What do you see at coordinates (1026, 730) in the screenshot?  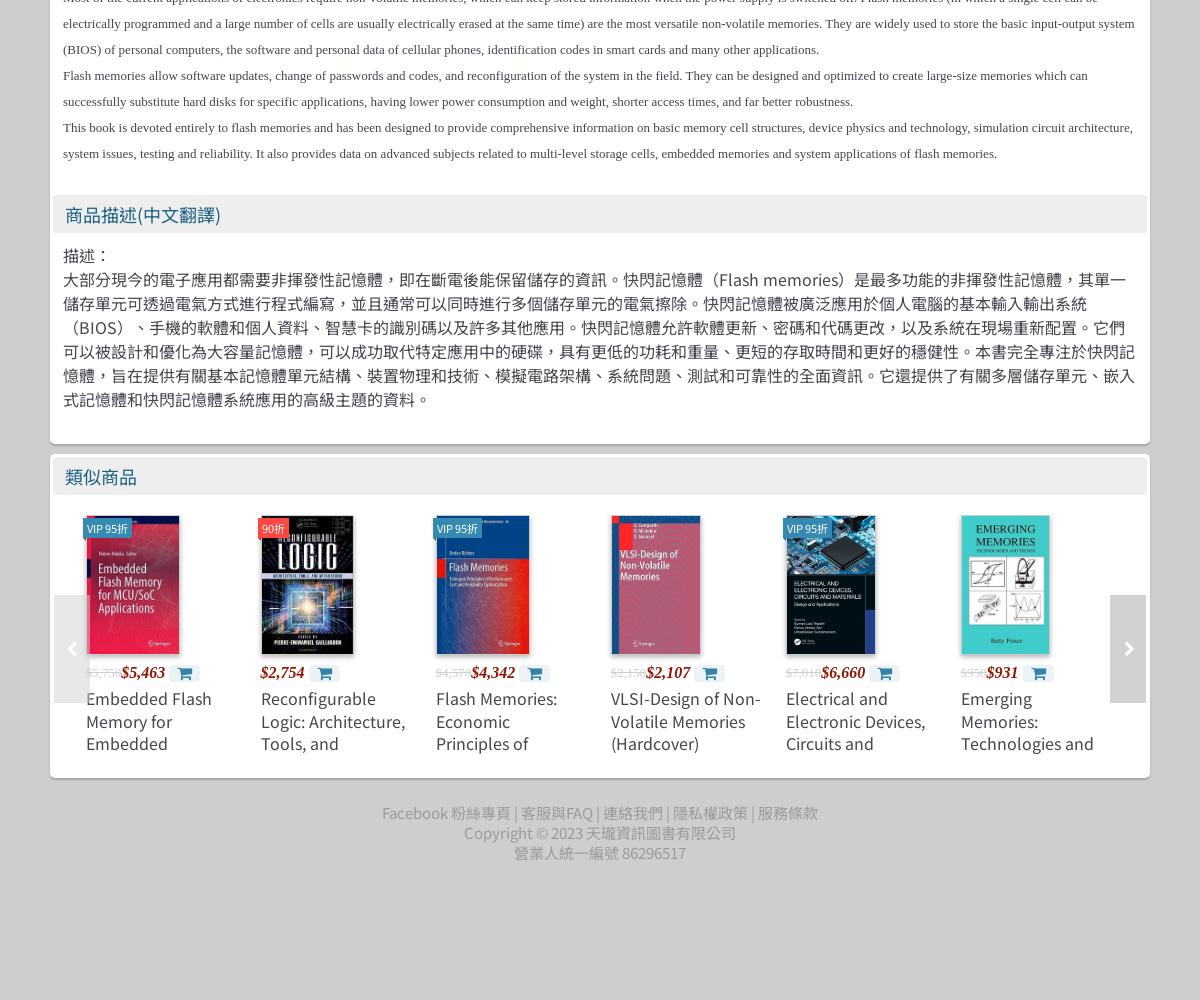 I see `'Emerging Memories: Technologies and Trends'` at bounding box center [1026, 730].